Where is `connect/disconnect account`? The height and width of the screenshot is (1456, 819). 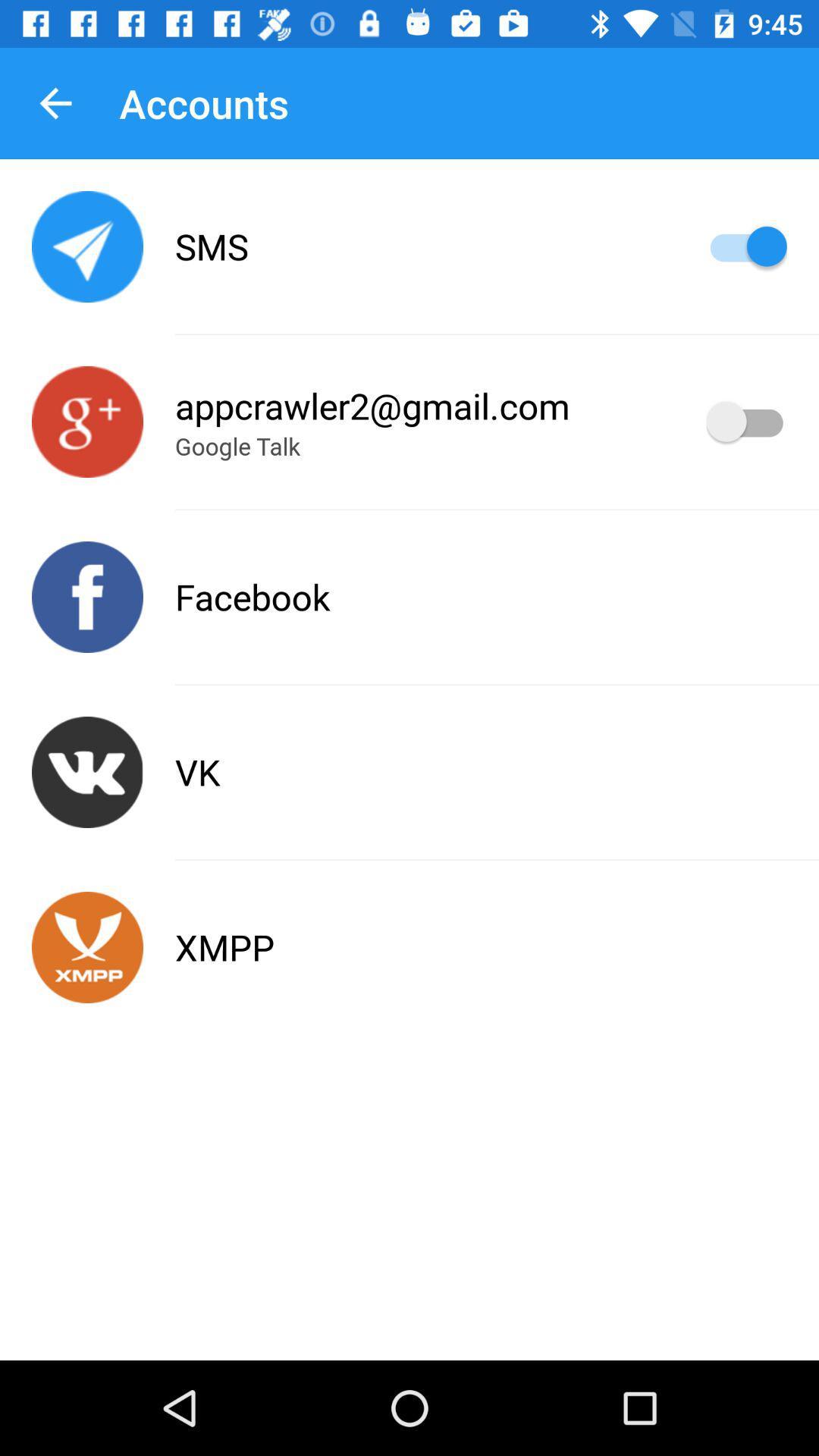 connect/disconnect account is located at coordinates (87, 422).